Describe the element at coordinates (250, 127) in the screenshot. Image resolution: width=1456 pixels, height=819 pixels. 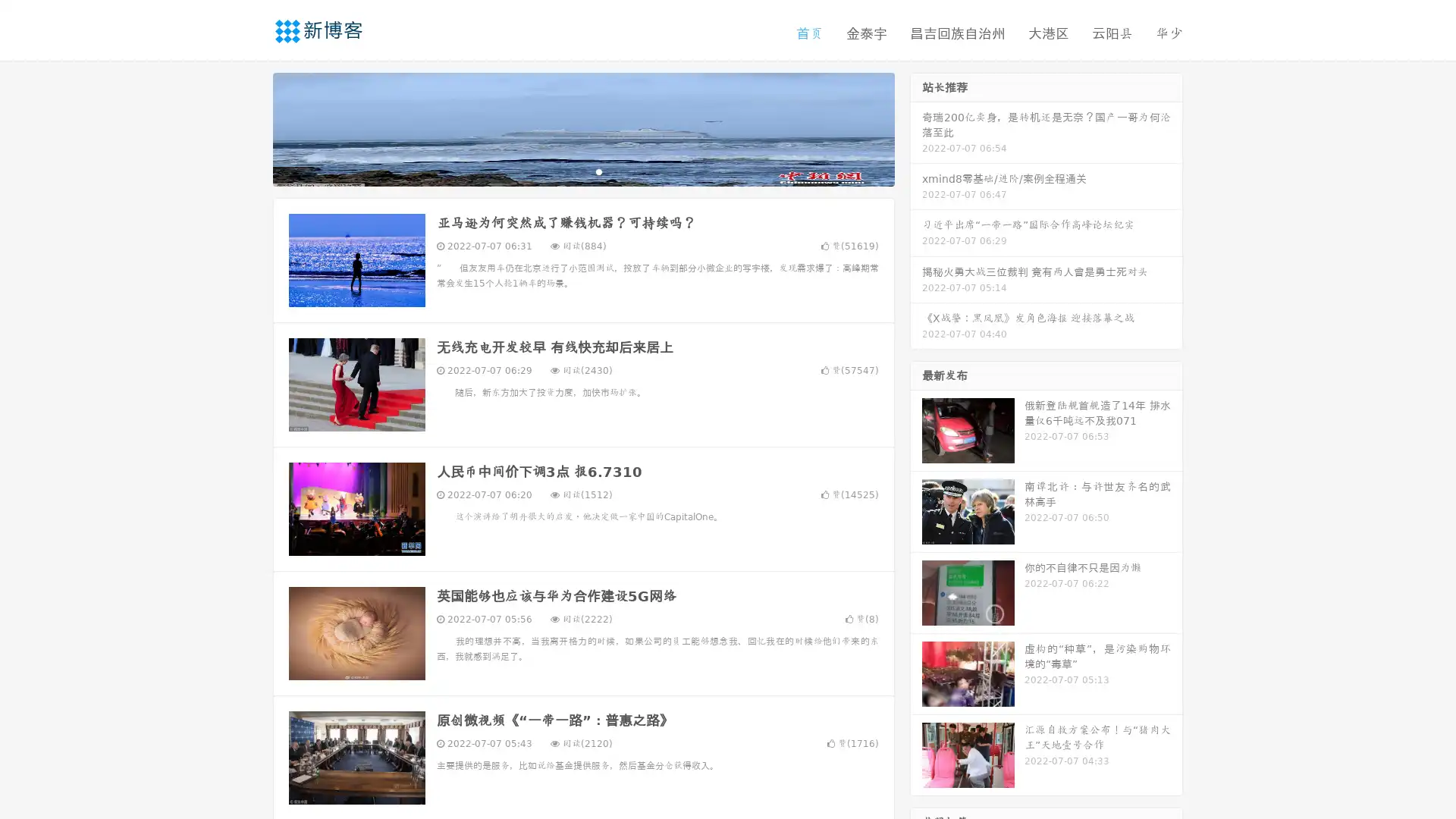
I see `Previous slide` at that location.